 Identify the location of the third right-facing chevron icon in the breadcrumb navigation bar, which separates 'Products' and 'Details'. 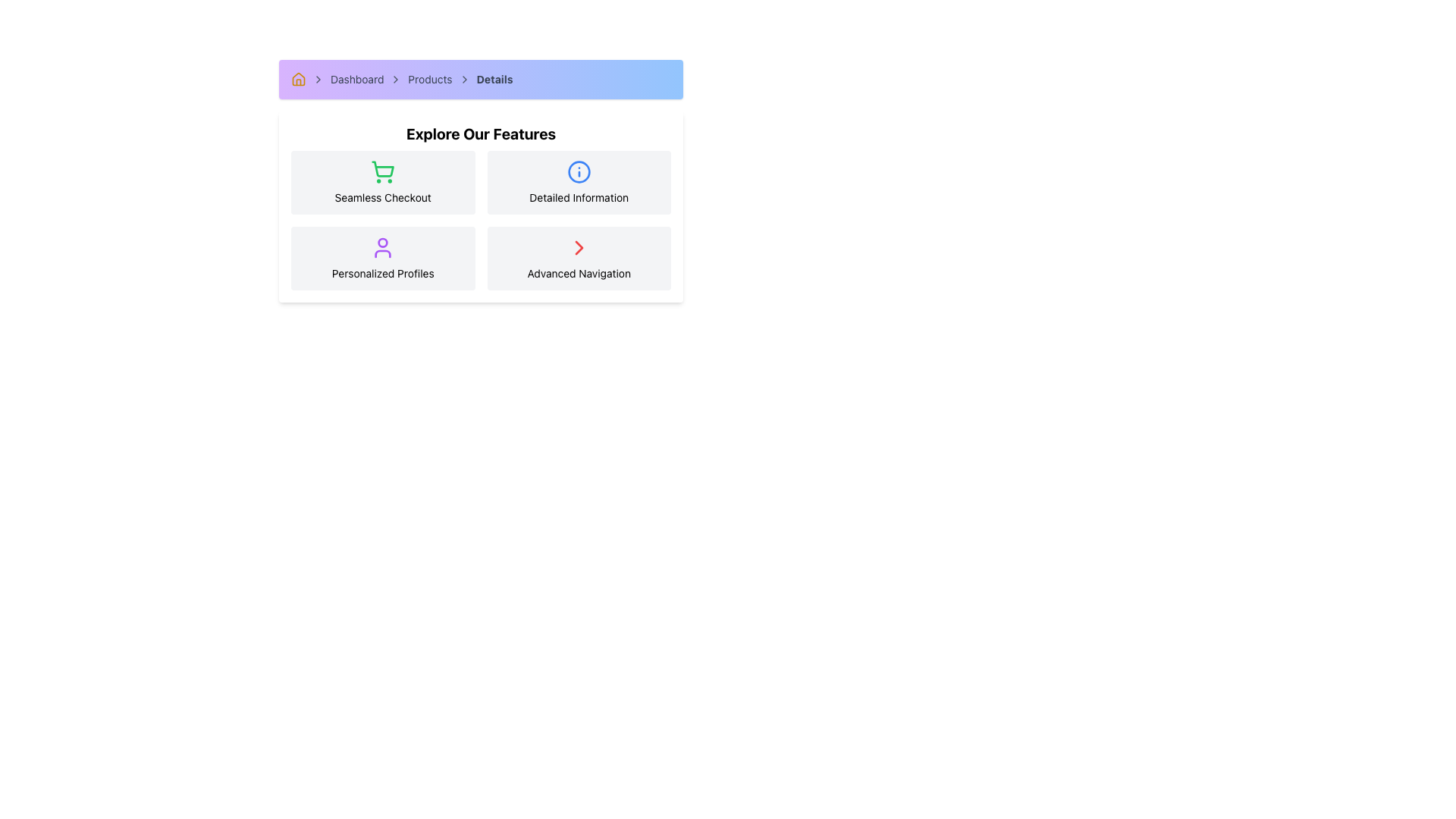
(396, 79).